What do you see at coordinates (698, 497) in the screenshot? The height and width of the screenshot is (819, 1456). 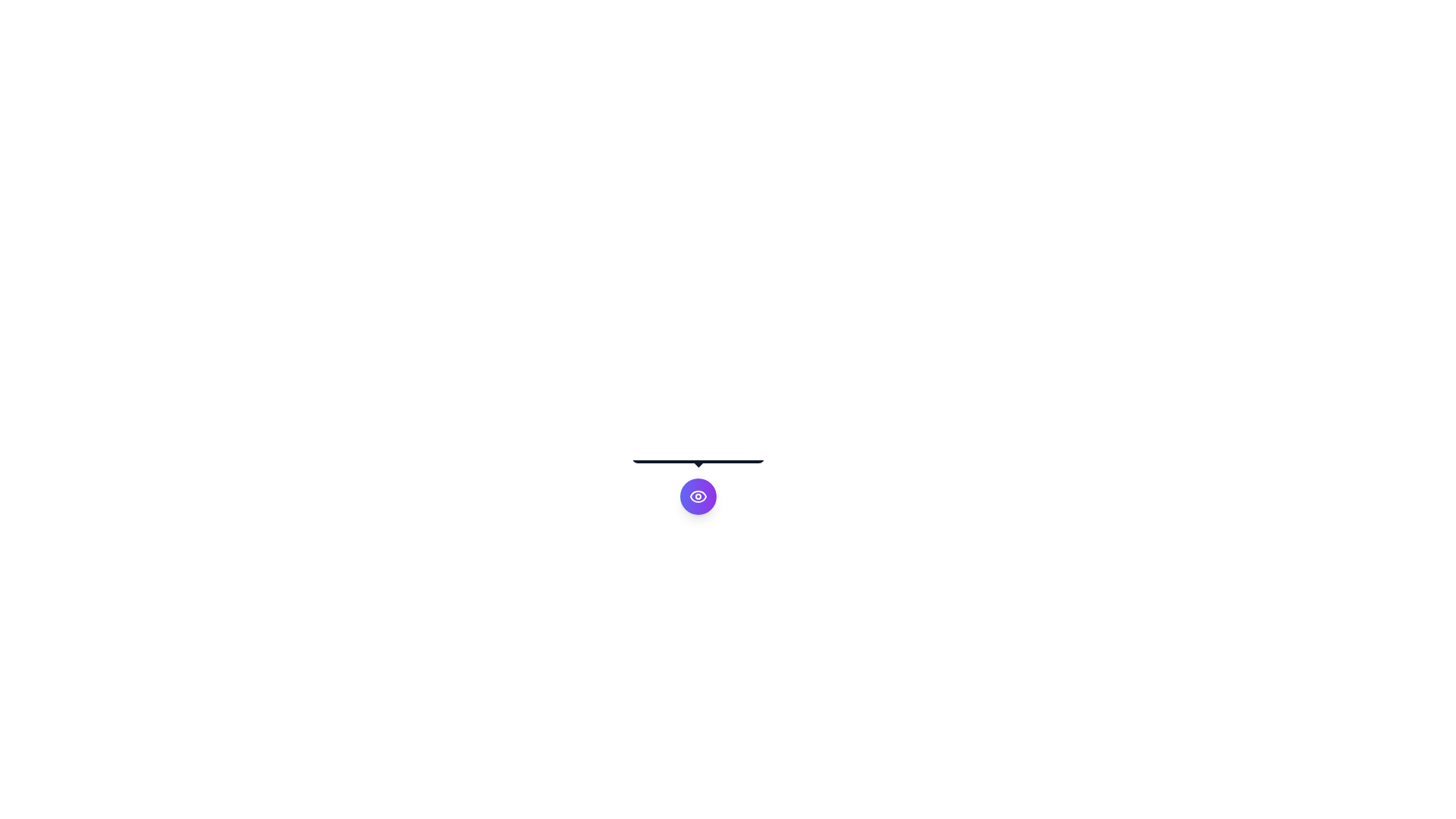 I see `the button that toggles the visibility of the search input field for keyboard navigation` at bounding box center [698, 497].